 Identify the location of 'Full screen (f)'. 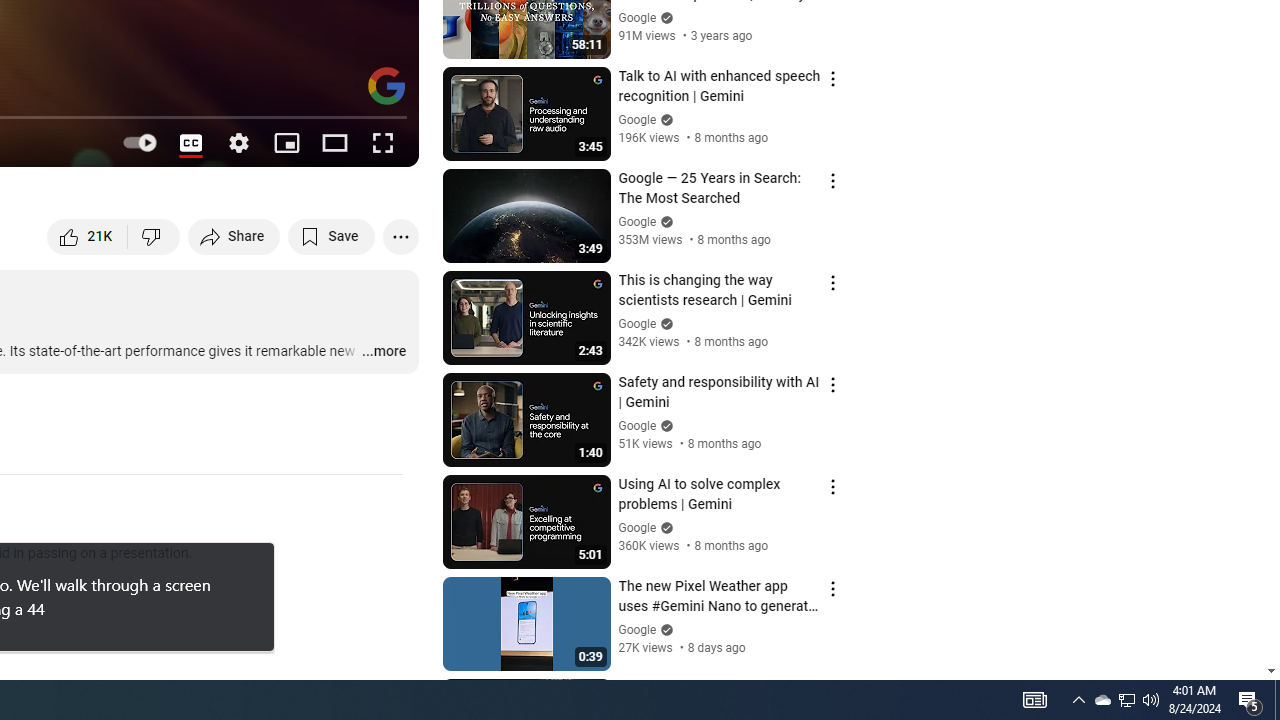
(382, 141).